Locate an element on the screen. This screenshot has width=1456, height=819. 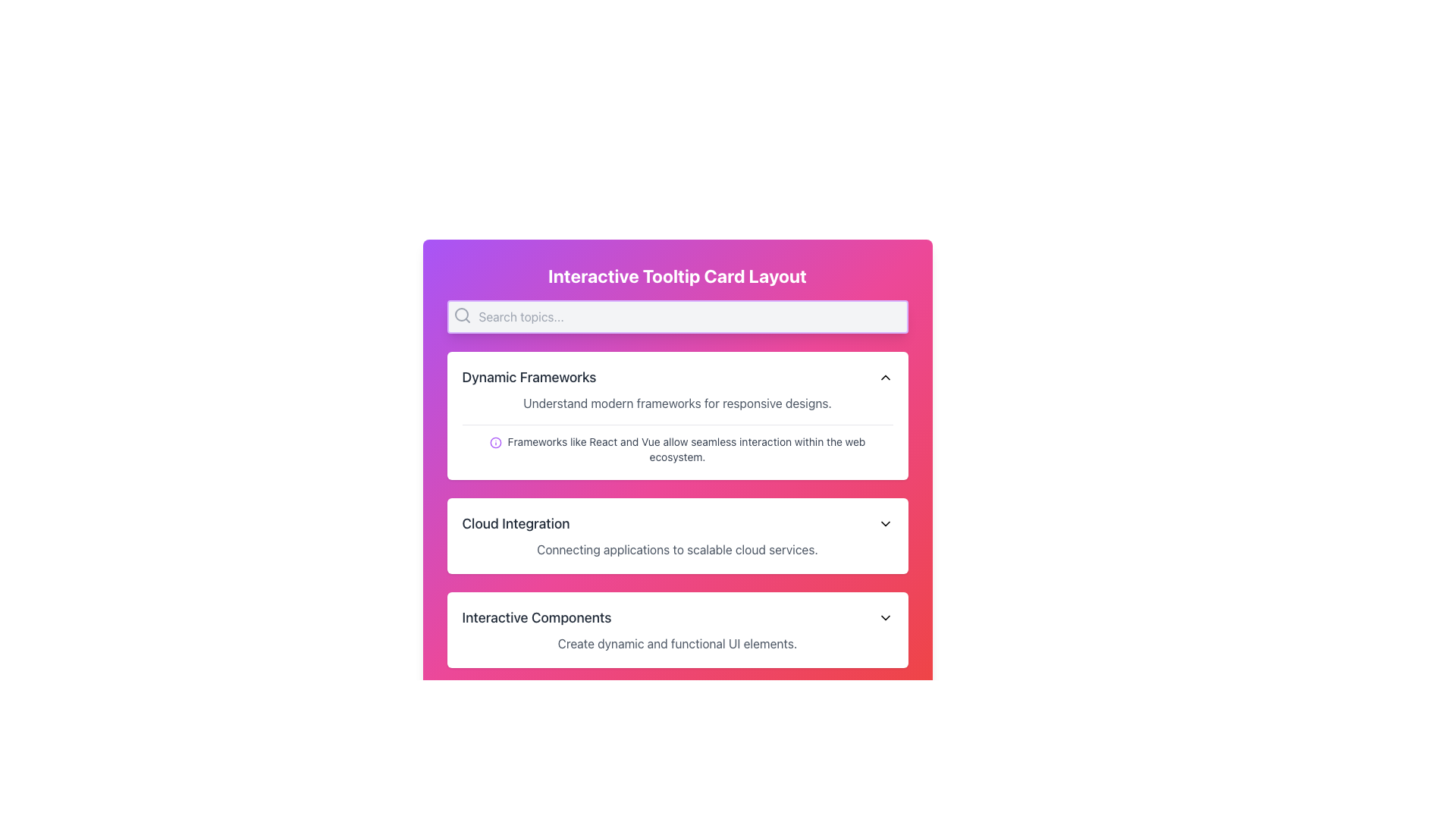
the downward-facing chevron icon adjacent to the 'Interactive Components' text is located at coordinates (885, 617).